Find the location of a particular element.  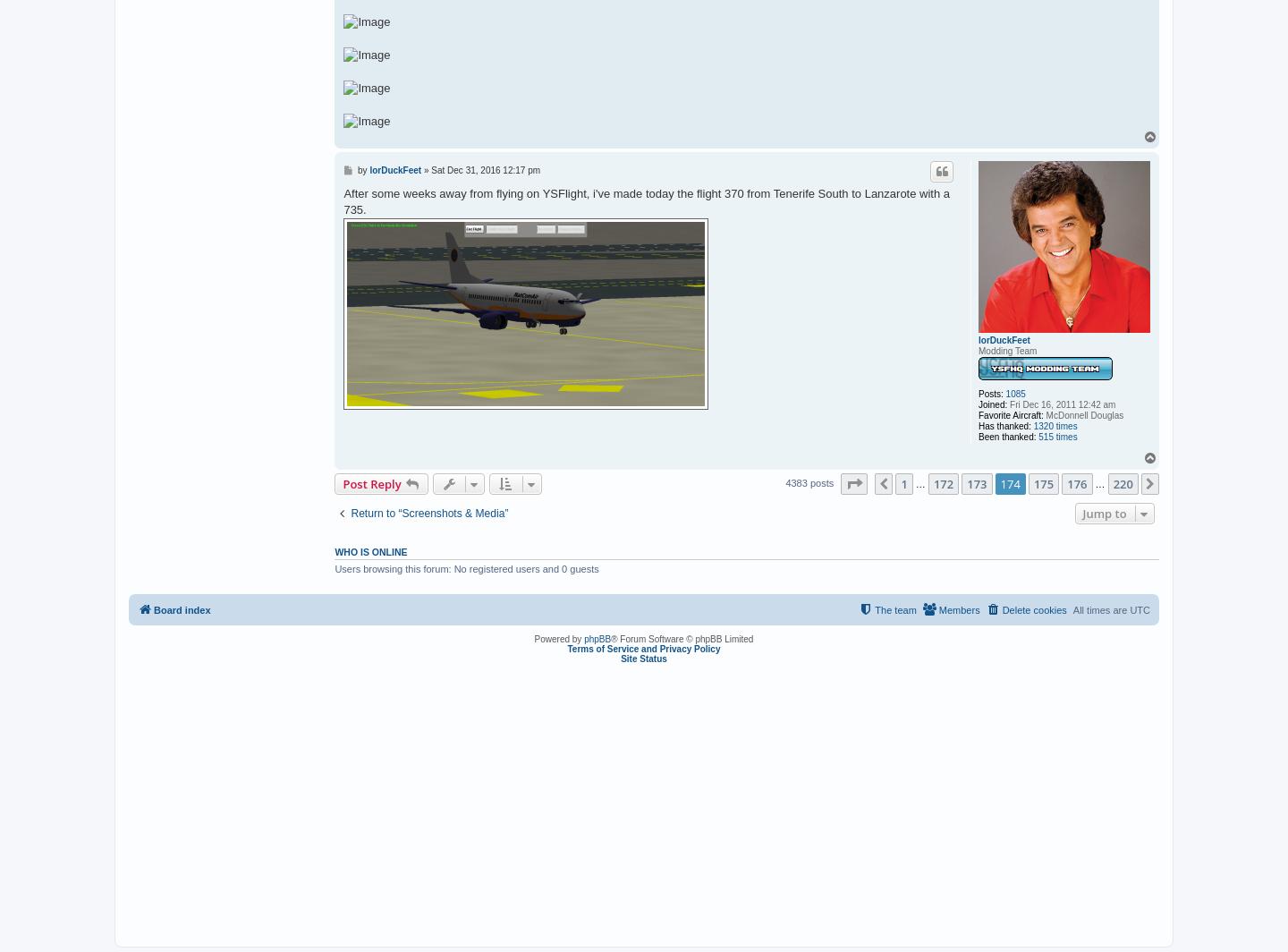

'All times are' is located at coordinates (1100, 610).